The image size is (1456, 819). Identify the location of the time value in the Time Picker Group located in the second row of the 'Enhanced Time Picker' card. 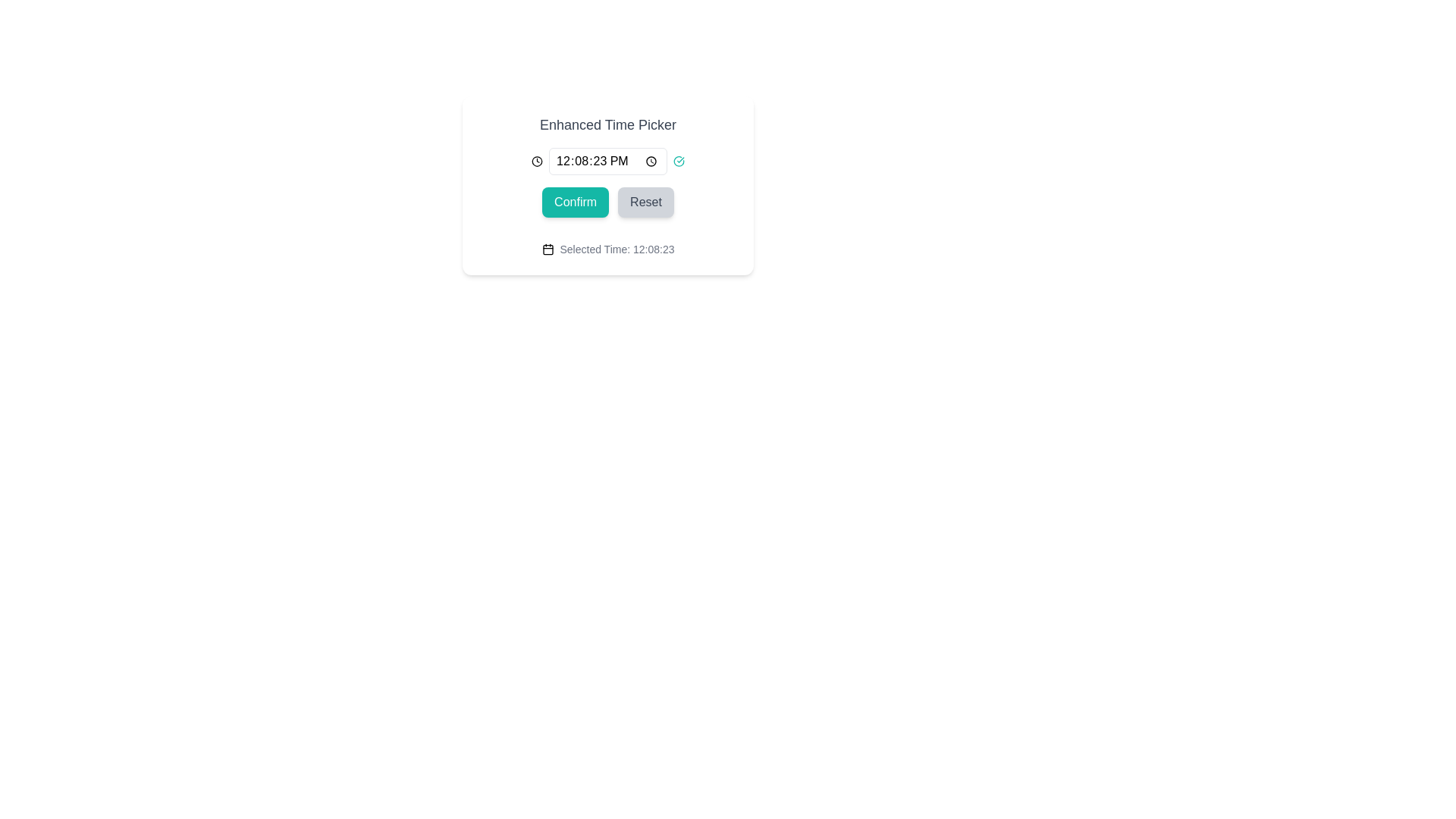
(607, 161).